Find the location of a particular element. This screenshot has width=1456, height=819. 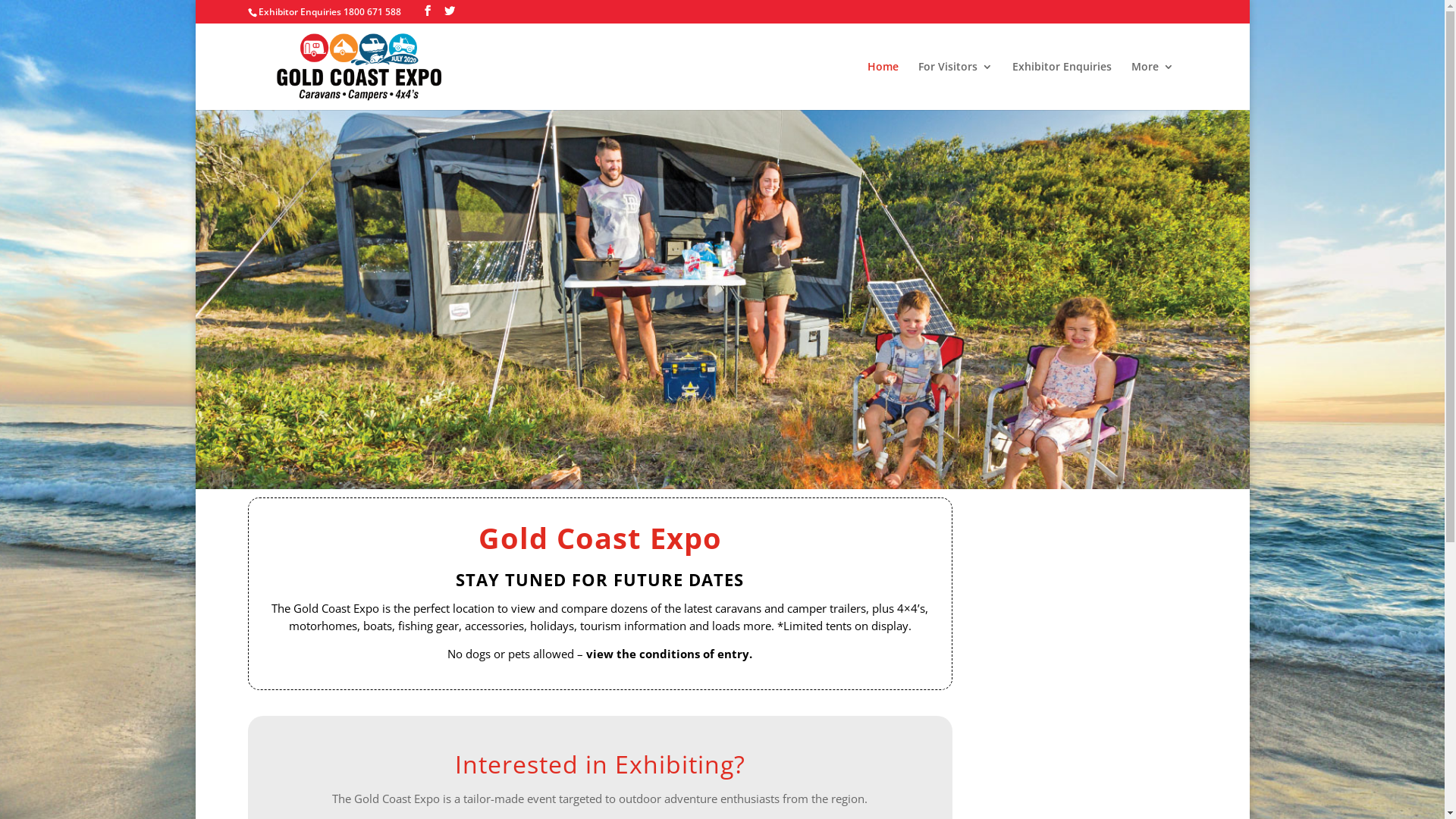

'Exhibitor Enquiries' is located at coordinates (1061, 85).